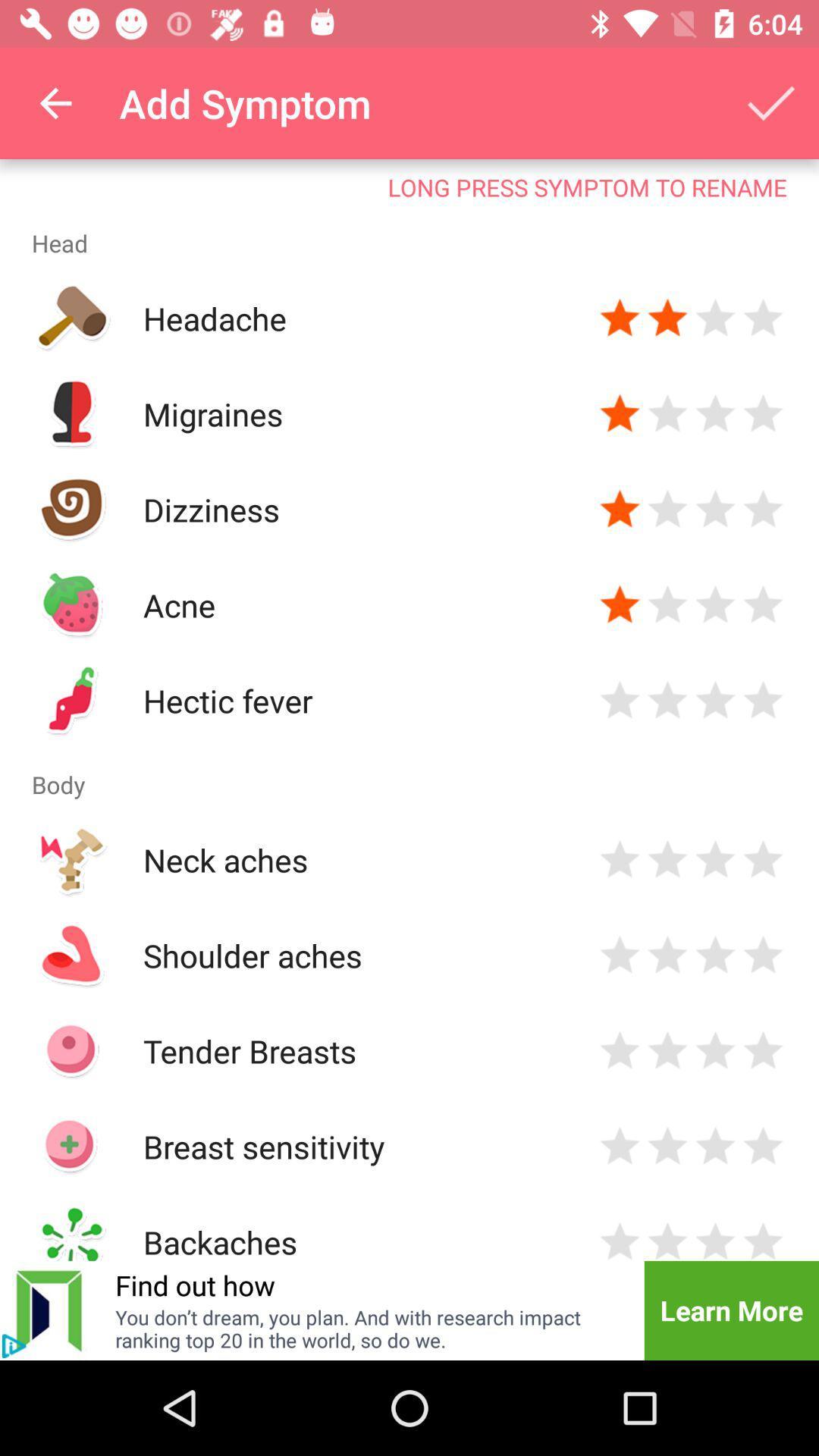  Describe the element at coordinates (667, 318) in the screenshot. I see `press to rate severity of symptom` at that location.